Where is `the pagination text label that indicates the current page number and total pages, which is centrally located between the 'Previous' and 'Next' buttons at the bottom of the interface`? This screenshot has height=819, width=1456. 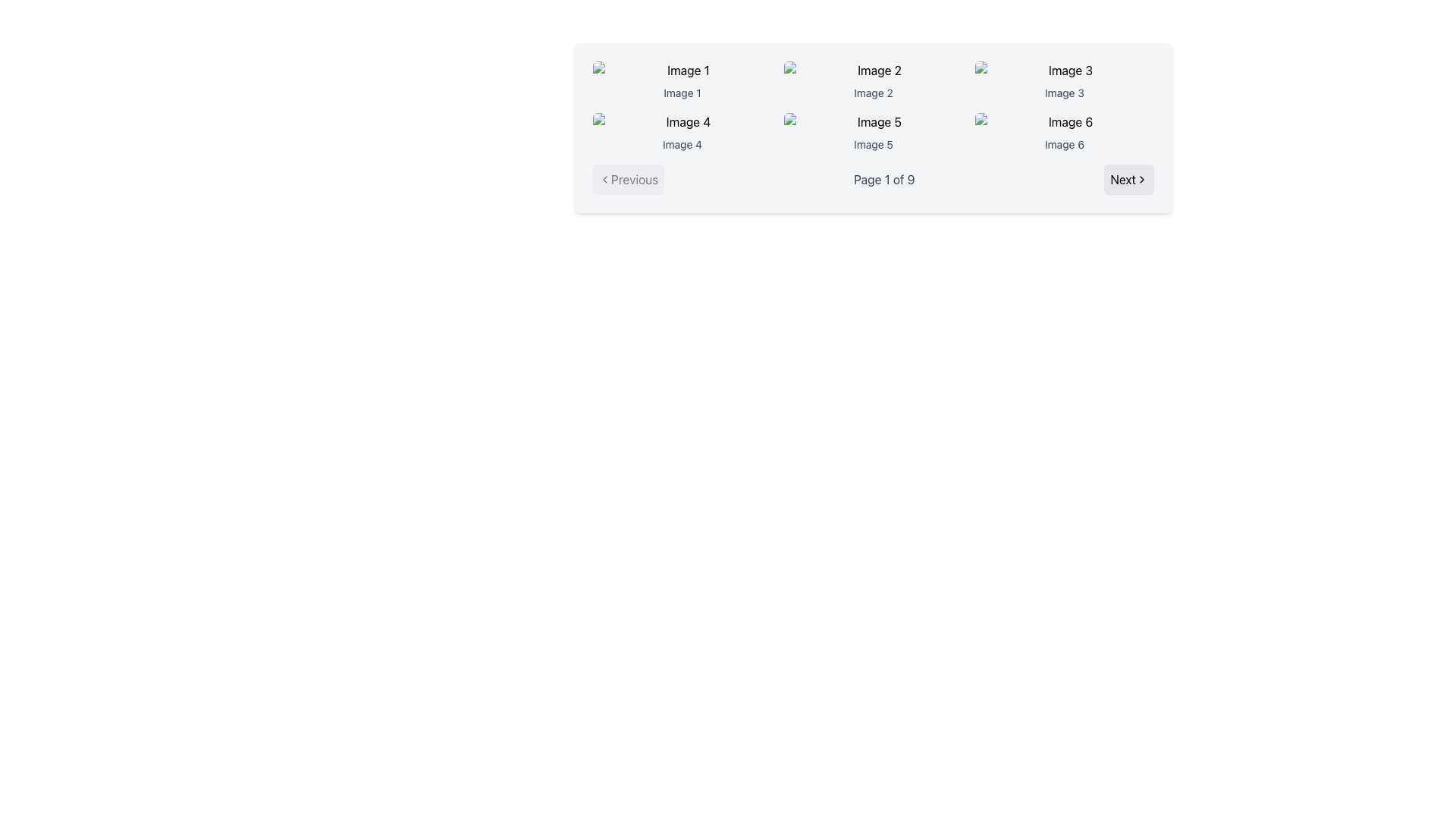 the pagination text label that indicates the current page number and total pages, which is centrally located between the 'Previous' and 'Next' buttons at the bottom of the interface is located at coordinates (884, 178).